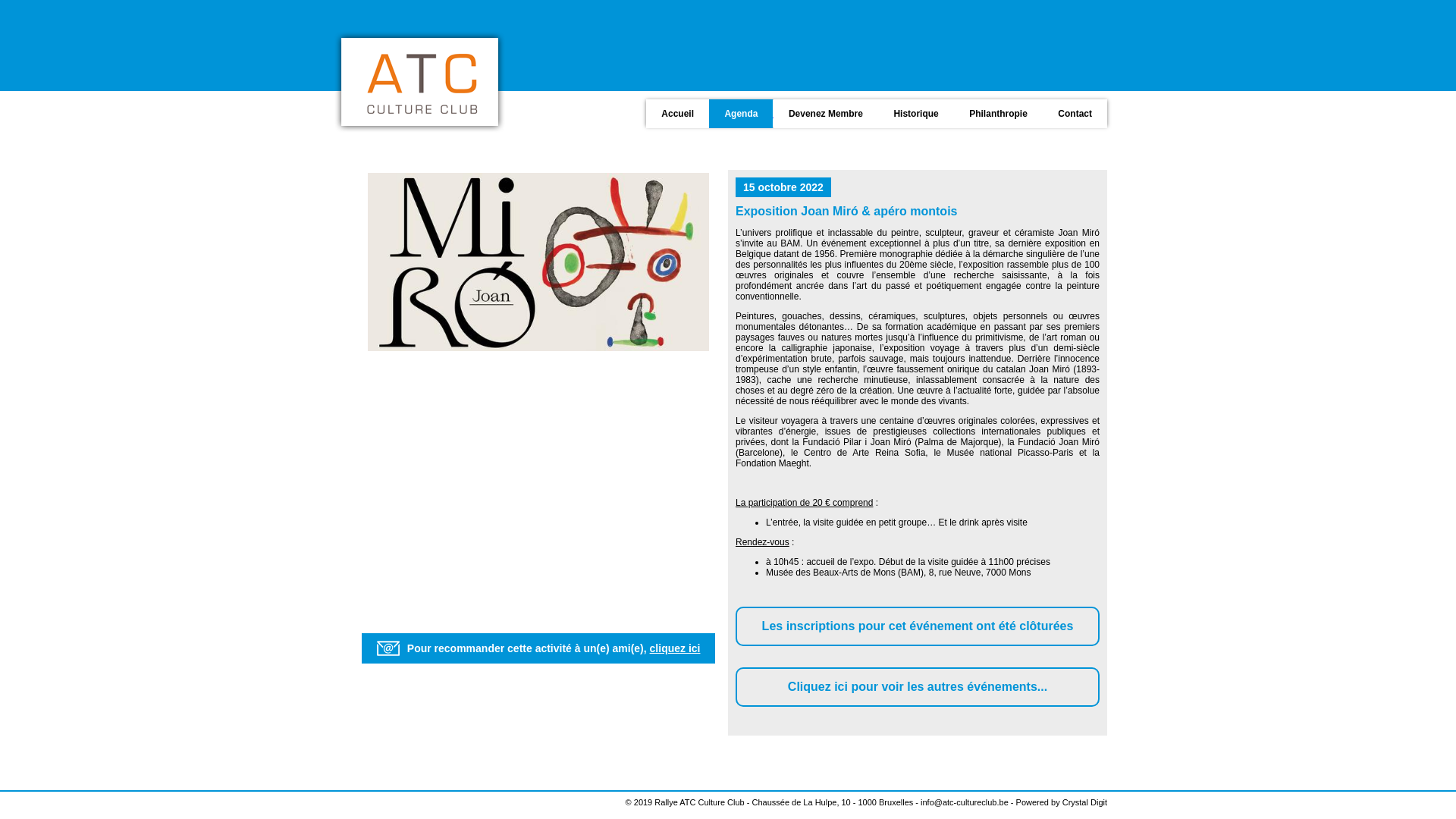  I want to click on 'info@atc-cultureclub.be', so click(964, 801).